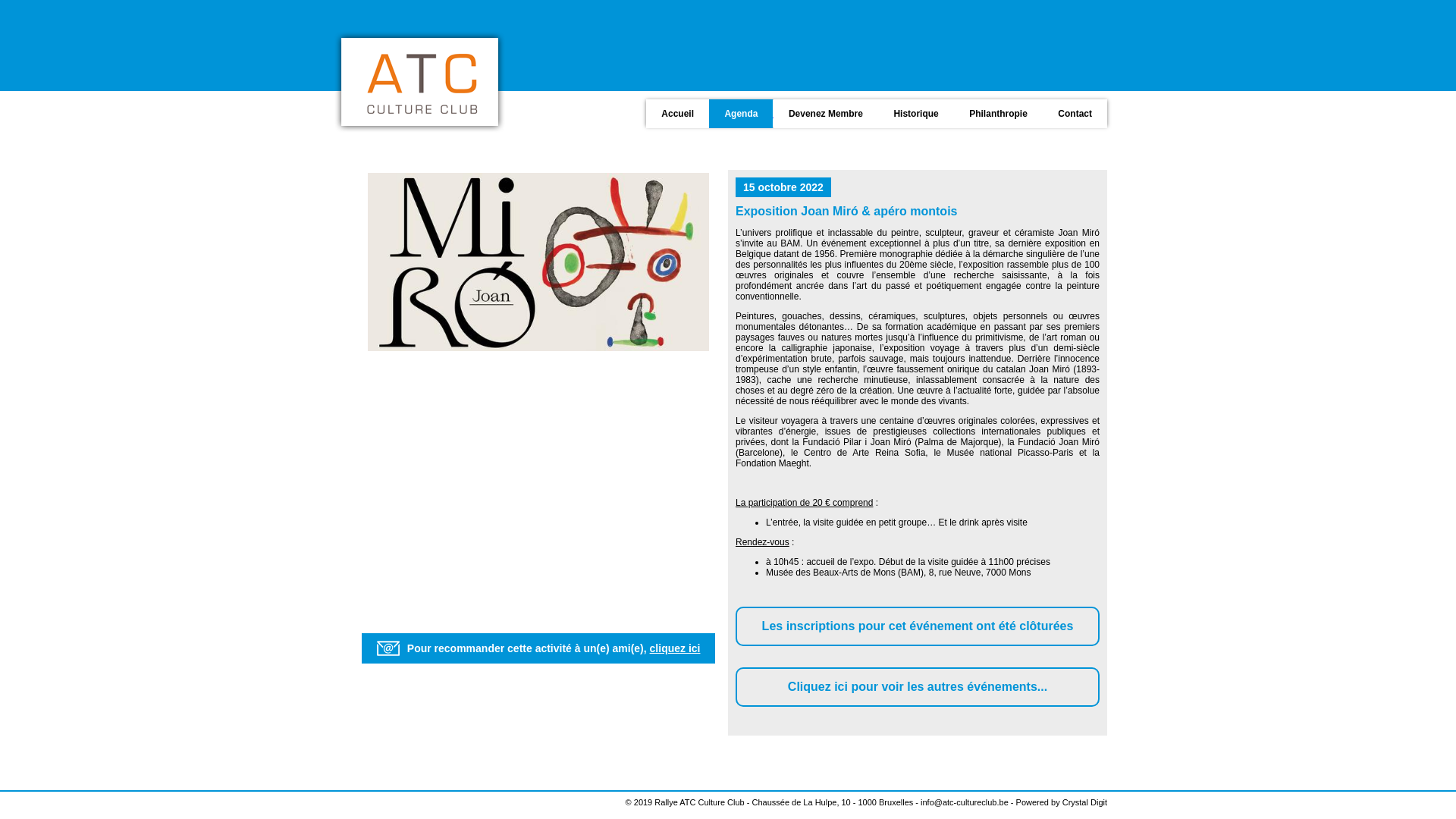  I want to click on 'info@atc-cultureclub.be', so click(964, 801).